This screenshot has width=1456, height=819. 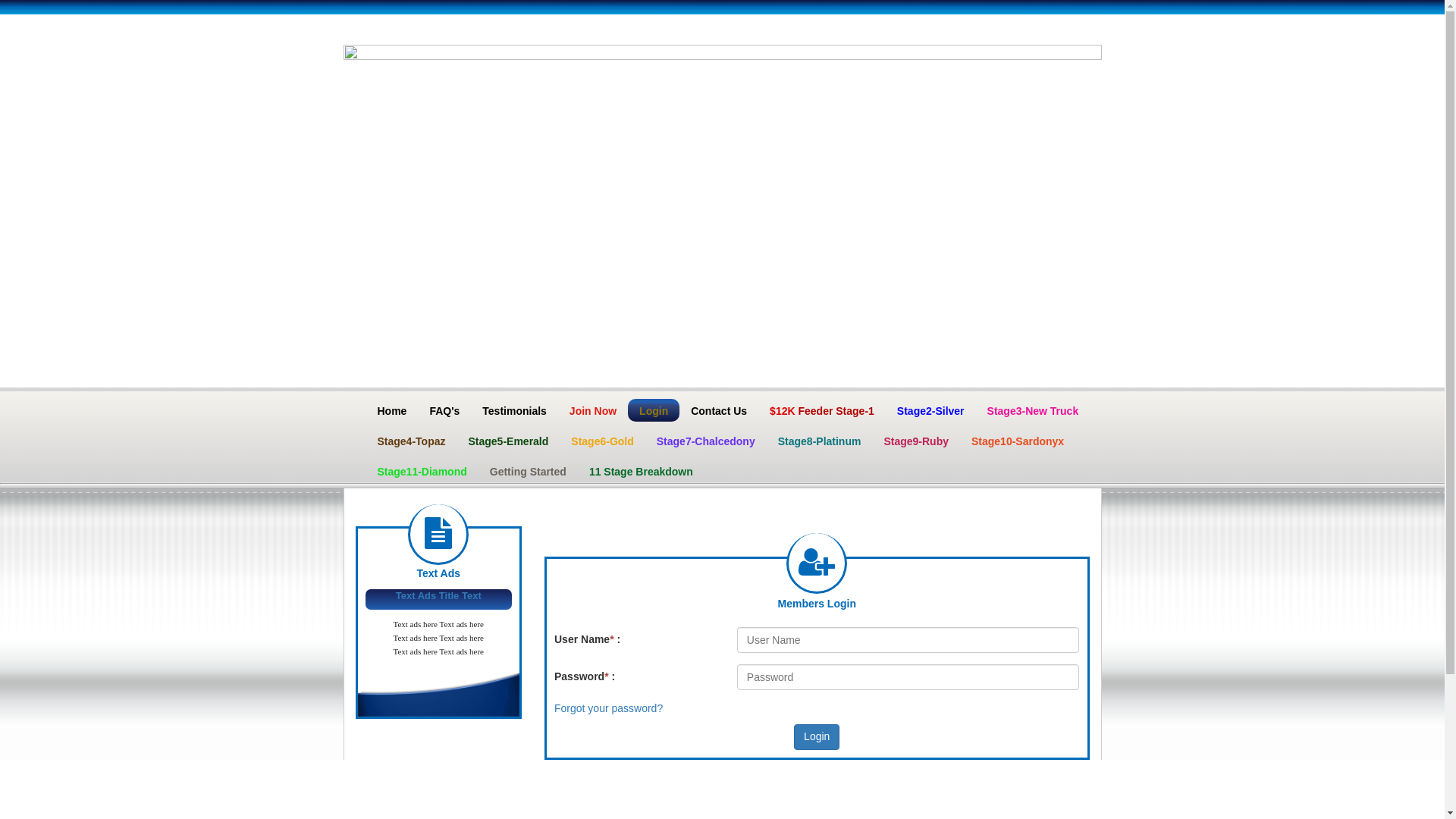 What do you see at coordinates (818, 441) in the screenshot?
I see `'Stage8-Platinum'` at bounding box center [818, 441].